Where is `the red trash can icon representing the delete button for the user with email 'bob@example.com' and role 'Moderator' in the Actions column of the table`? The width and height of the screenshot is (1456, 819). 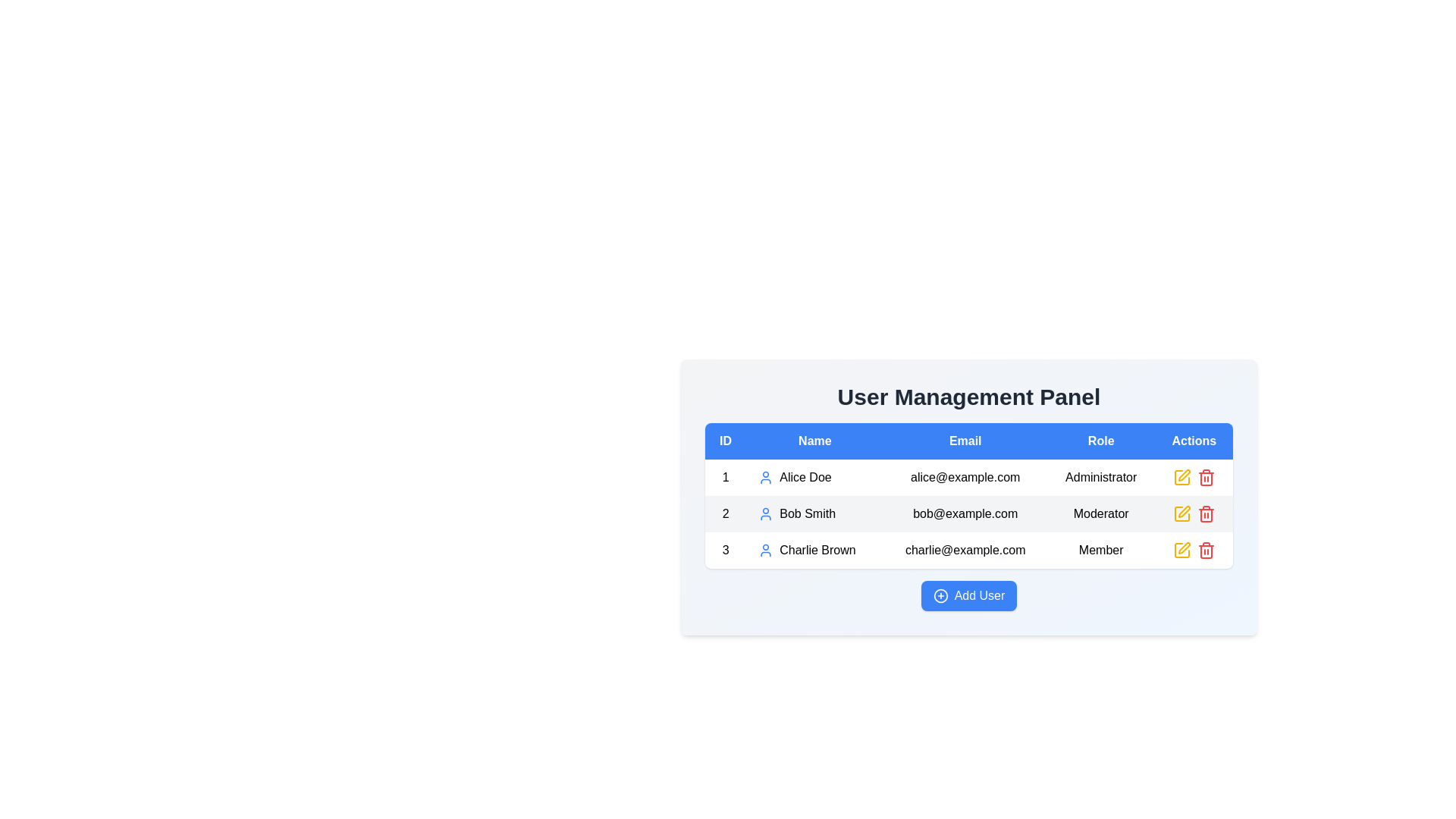
the red trash can icon representing the delete button for the user with email 'bob@example.com' and role 'Moderator' in the Actions column of the table is located at coordinates (1193, 513).